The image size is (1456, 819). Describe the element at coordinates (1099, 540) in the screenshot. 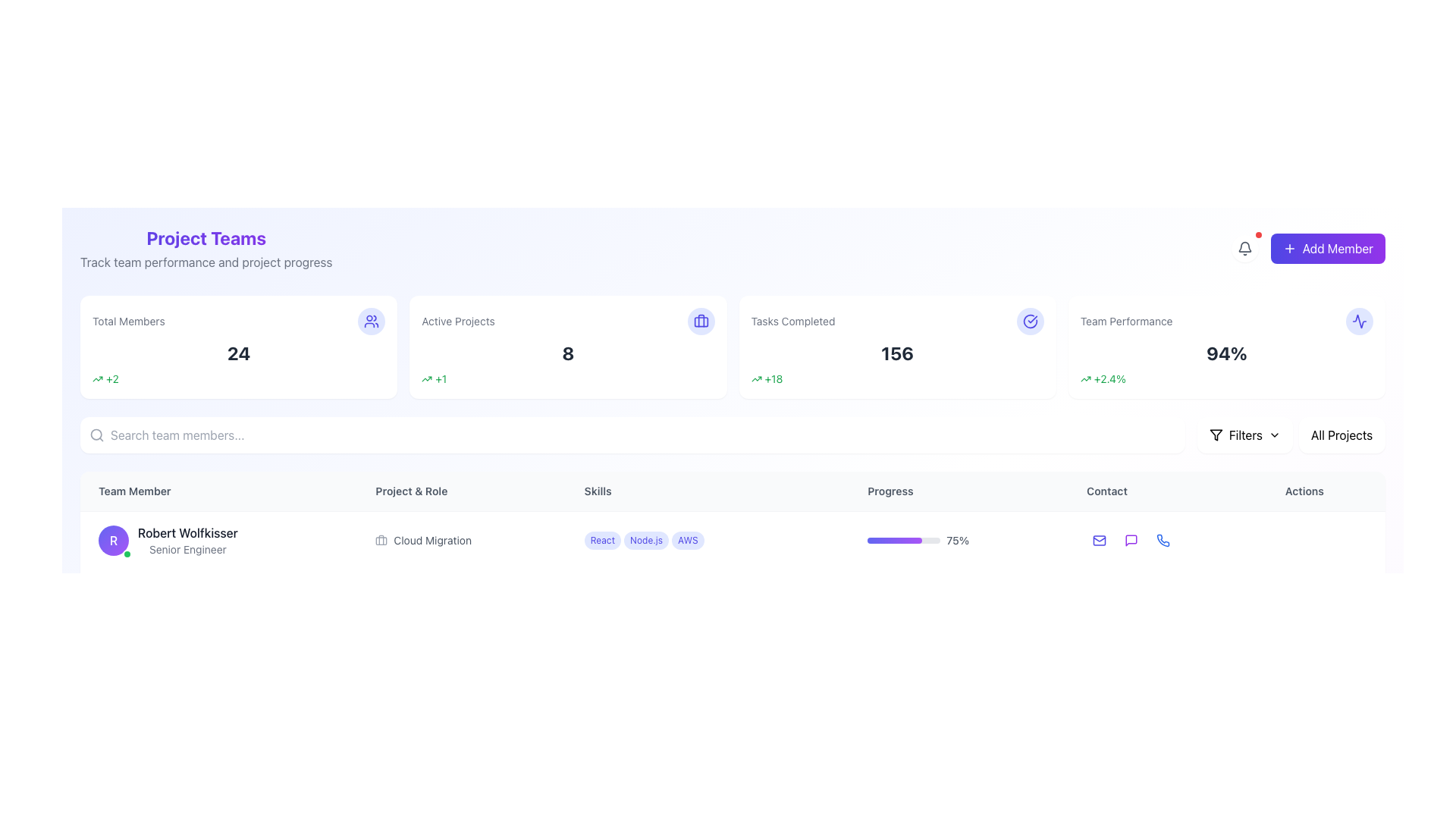

I see `the email icon styled as an outlined envelope located in the 'Contact' column of the first row of the team members' table to email the team member` at that location.